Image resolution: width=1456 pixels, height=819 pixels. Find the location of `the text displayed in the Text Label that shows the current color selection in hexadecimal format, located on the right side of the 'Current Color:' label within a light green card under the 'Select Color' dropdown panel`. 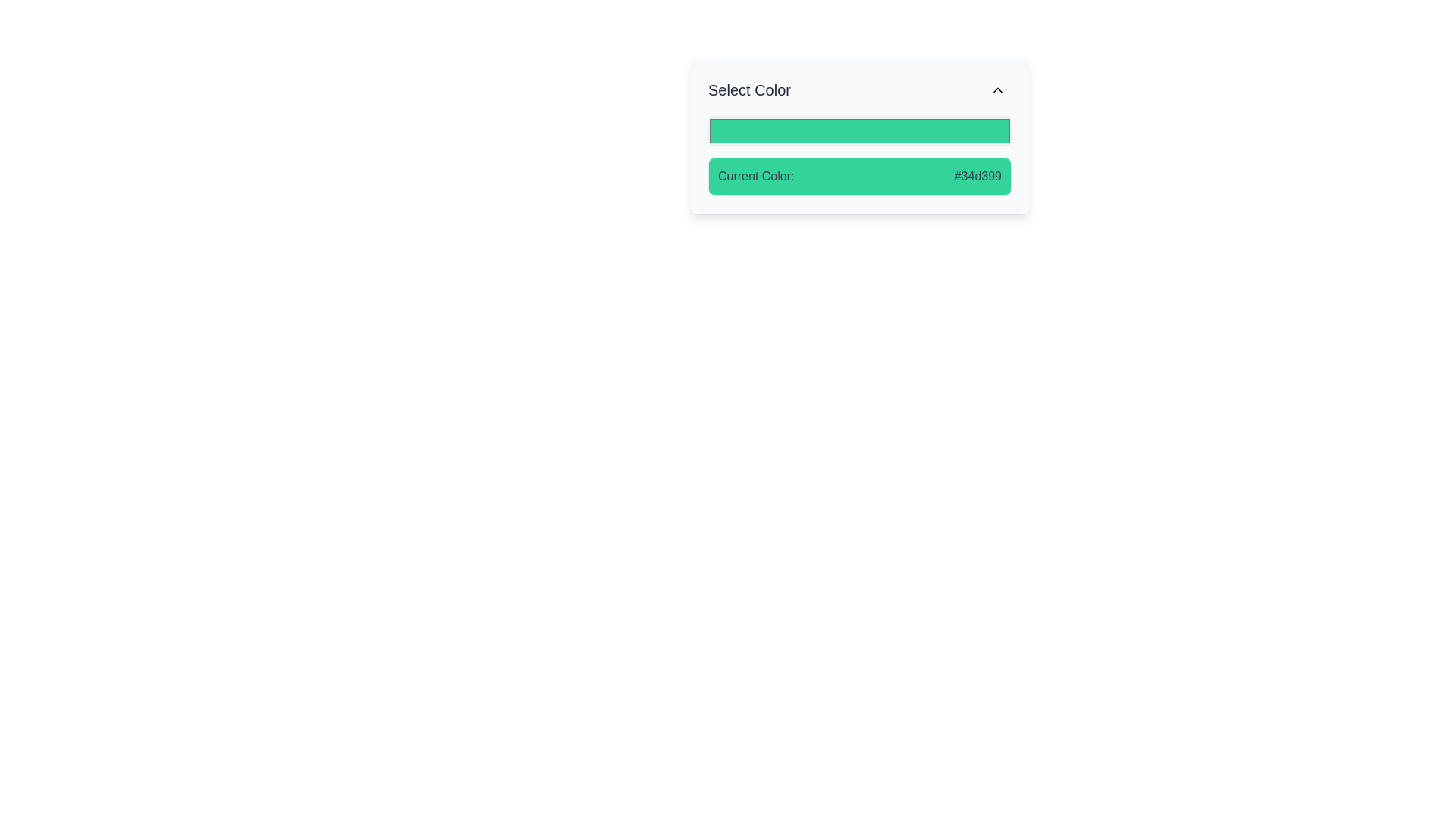

the text displayed in the Text Label that shows the current color selection in hexadecimal format, located on the right side of the 'Current Color:' label within a light green card under the 'Select Color' dropdown panel is located at coordinates (977, 175).